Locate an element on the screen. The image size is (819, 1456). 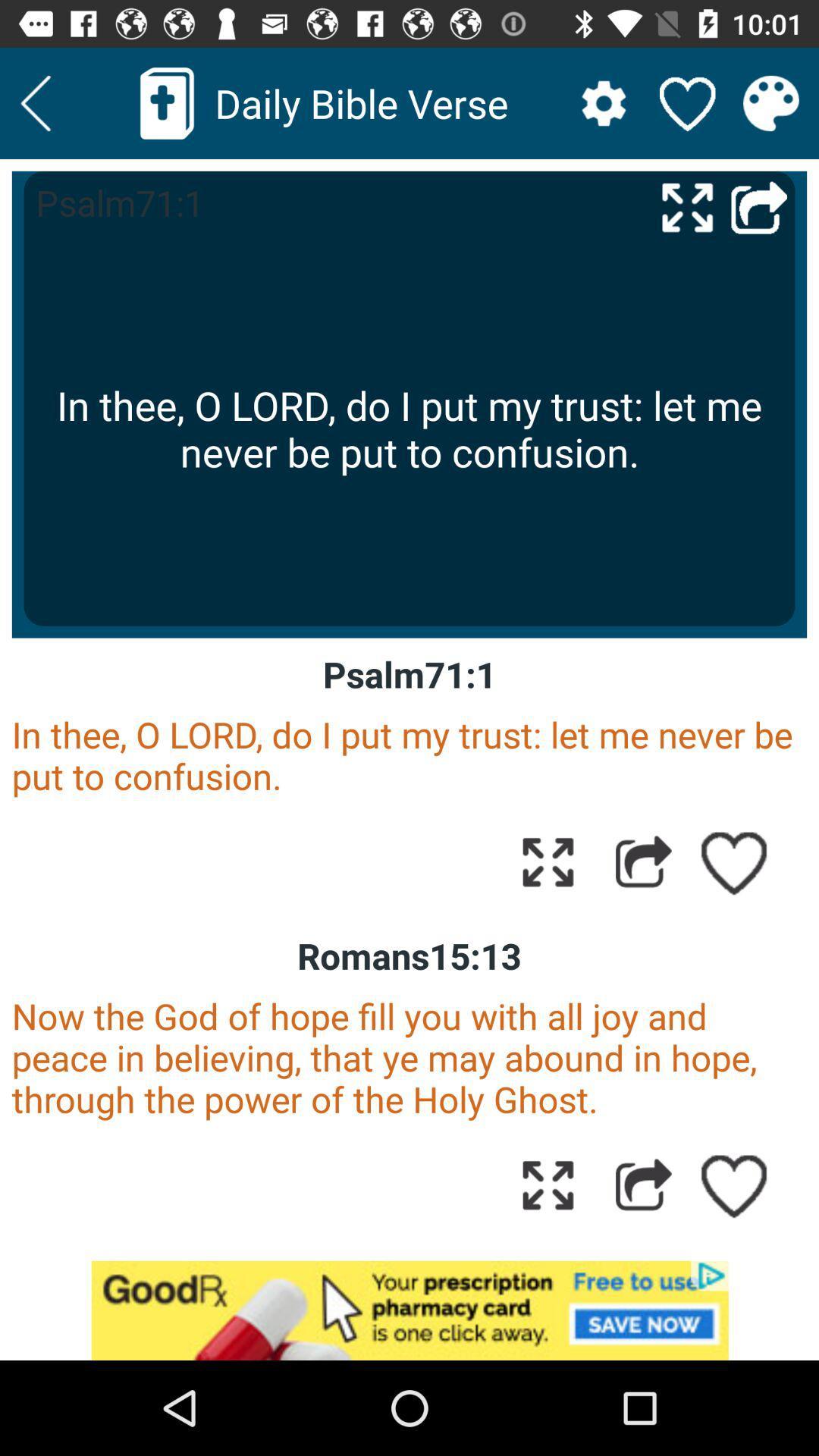
big page is located at coordinates (687, 206).